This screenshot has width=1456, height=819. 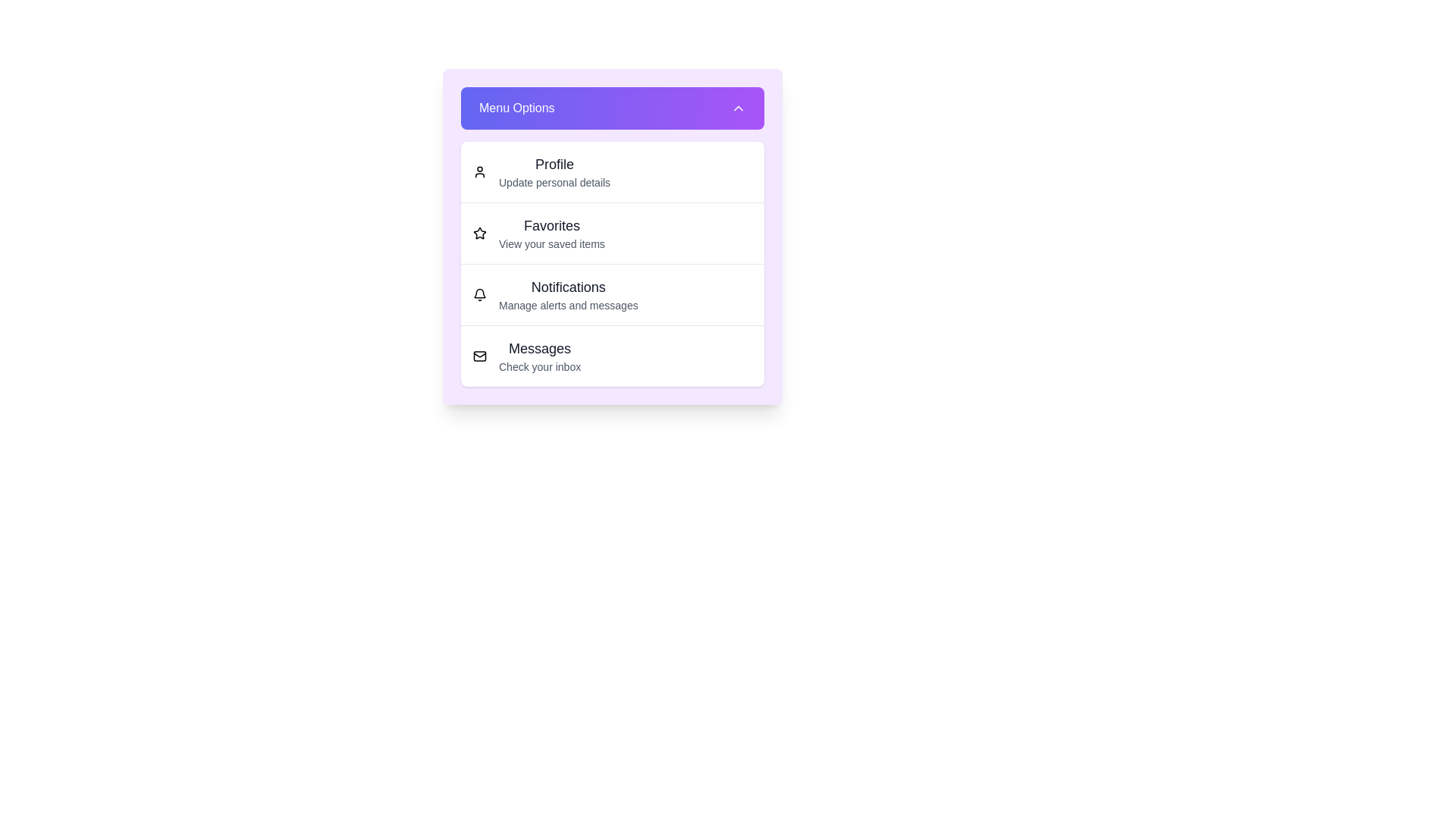 I want to click on the menu option Favorites from the list, so click(x=612, y=233).